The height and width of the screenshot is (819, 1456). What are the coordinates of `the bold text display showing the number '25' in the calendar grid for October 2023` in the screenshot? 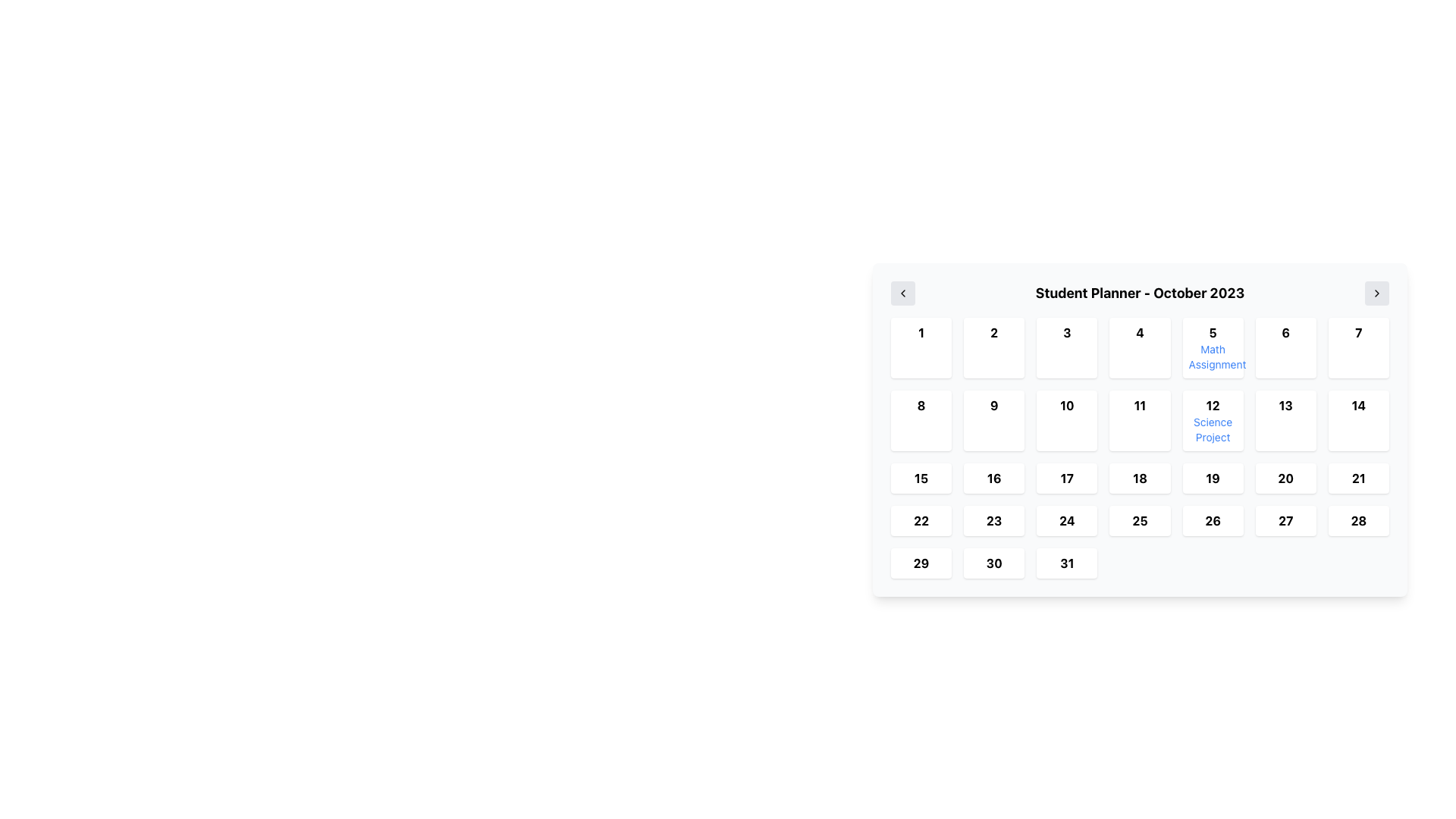 It's located at (1140, 519).